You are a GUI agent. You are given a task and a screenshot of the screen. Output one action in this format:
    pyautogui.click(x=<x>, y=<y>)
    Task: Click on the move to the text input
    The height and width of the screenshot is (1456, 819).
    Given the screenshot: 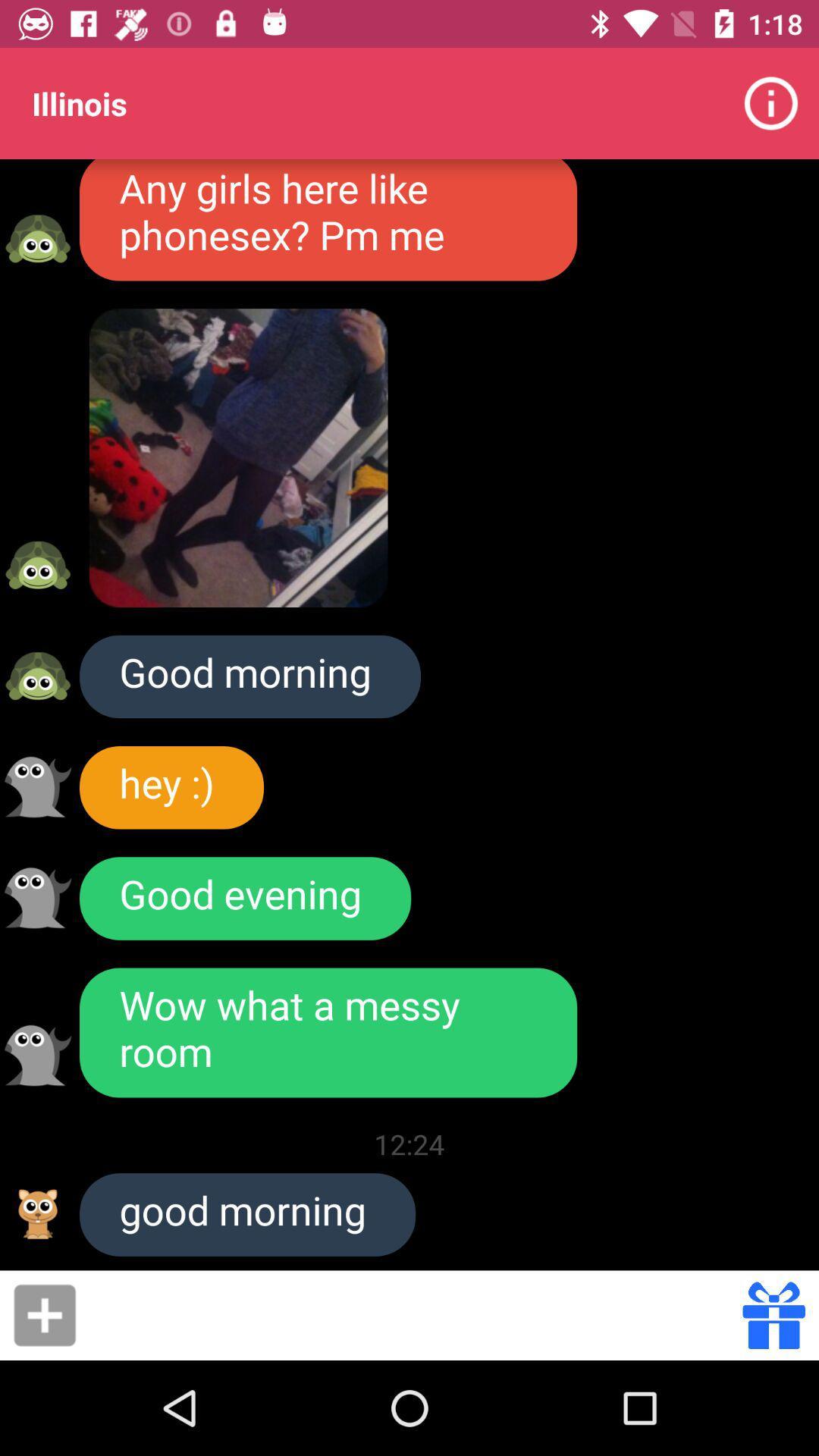 What is the action you would take?
    pyautogui.click(x=414, y=1314)
    